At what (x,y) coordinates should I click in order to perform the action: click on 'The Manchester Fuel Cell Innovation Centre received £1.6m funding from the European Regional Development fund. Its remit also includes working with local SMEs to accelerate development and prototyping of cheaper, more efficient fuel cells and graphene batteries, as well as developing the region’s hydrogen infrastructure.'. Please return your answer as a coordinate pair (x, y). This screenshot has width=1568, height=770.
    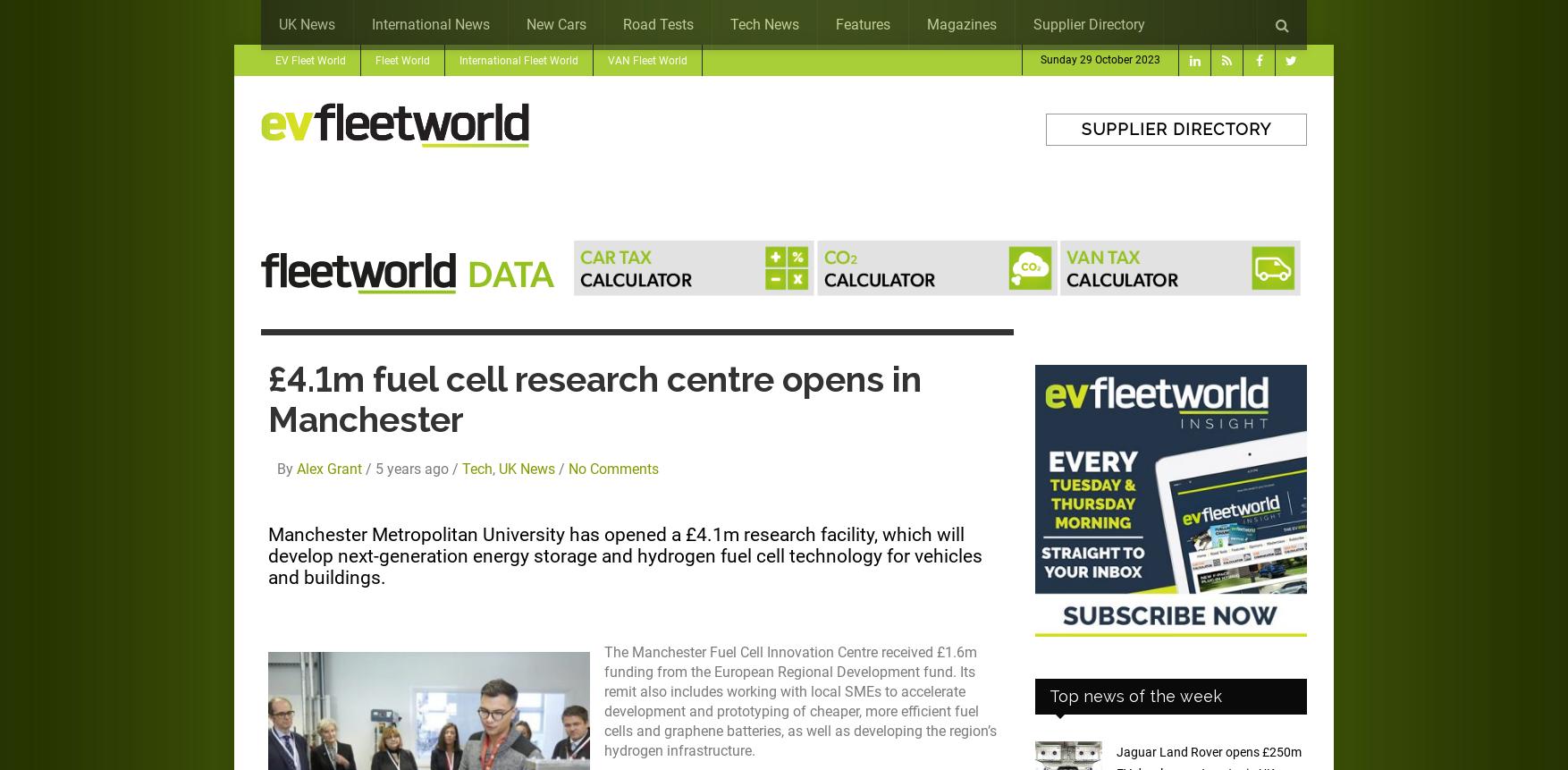
    Looking at the image, I should click on (800, 701).